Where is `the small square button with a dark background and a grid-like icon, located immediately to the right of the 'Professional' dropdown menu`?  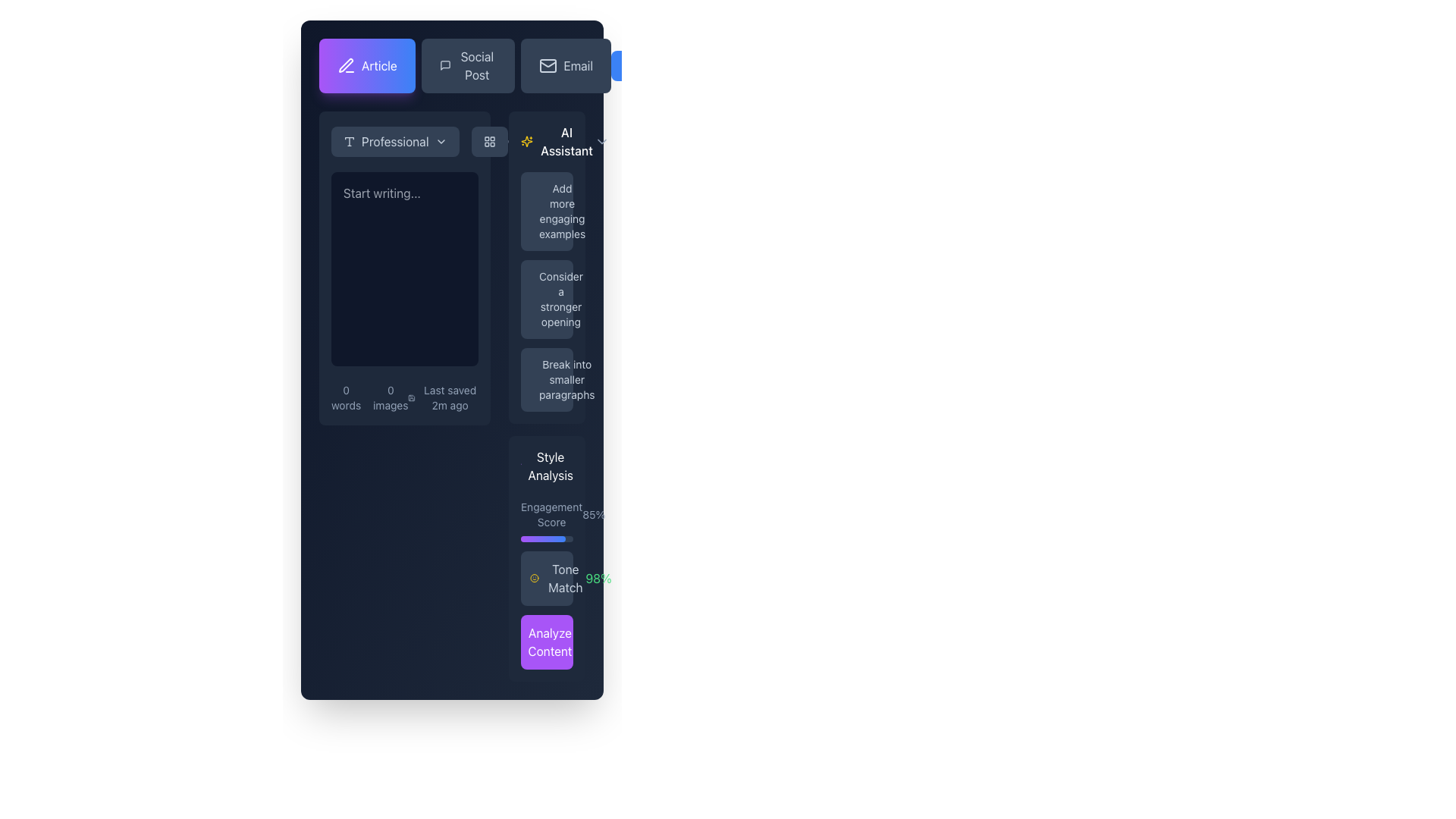
the small square button with a dark background and a grid-like icon, located immediately to the right of the 'Professional' dropdown menu is located at coordinates (489, 141).